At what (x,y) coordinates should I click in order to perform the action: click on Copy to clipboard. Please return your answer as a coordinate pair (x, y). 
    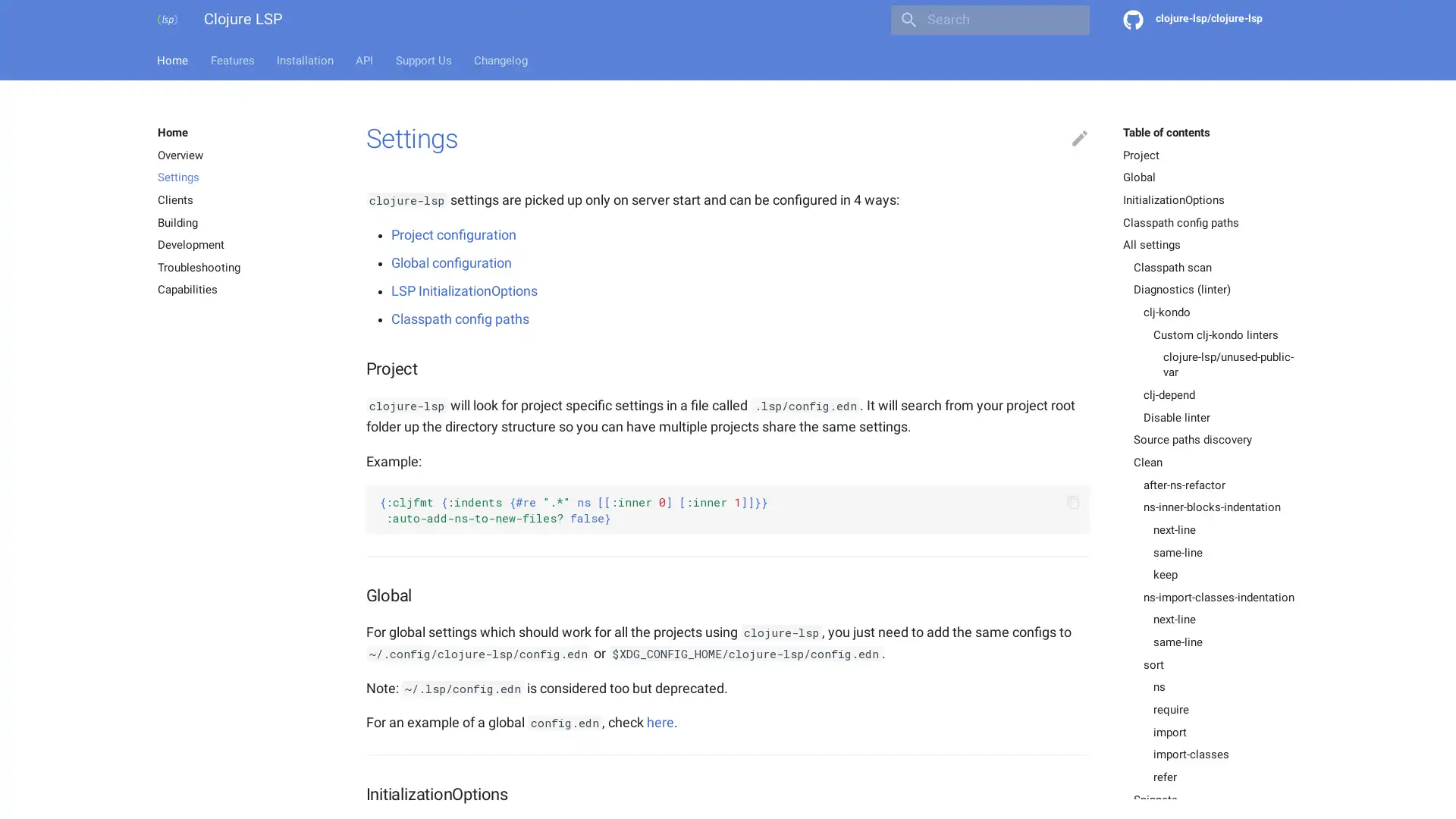
    Looking at the image, I should click on (1072, 502).